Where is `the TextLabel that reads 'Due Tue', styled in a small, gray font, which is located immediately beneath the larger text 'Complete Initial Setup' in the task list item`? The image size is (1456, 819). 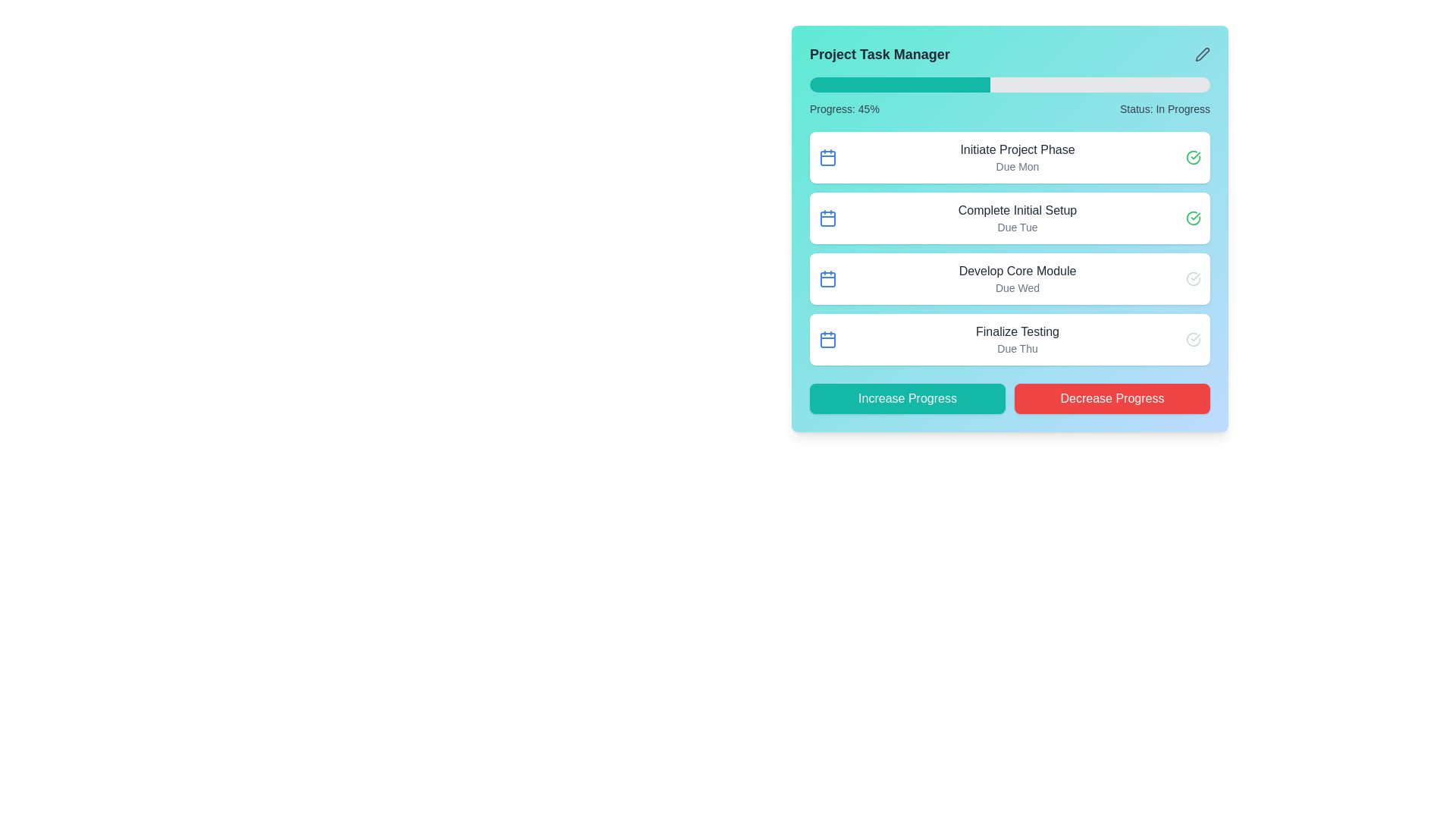 the TextLabel that reads 'Due Tue', styled in a small, gray font, which is located immediately beneath the larger text 'Complete Initial Setup' in the task list item is located at coordinates (1018, 227).